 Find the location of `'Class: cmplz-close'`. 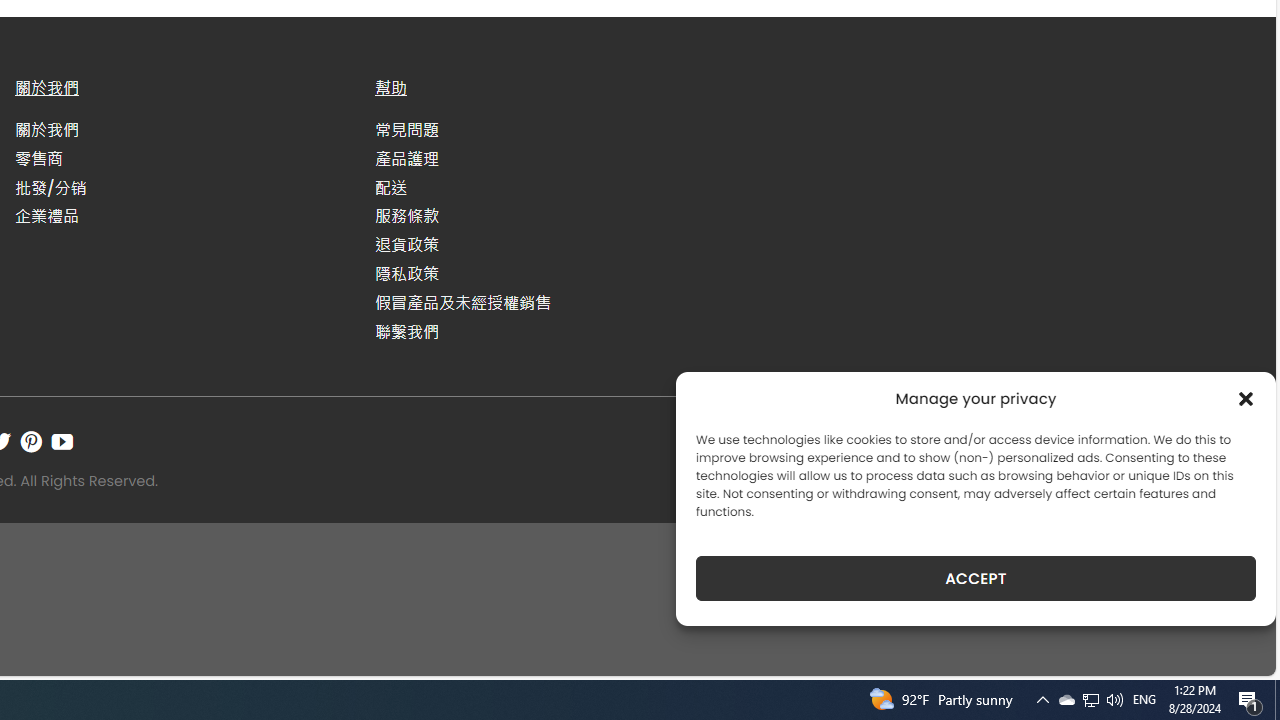

'Class: cmplz-close' is located at coordinates (1245, 398).